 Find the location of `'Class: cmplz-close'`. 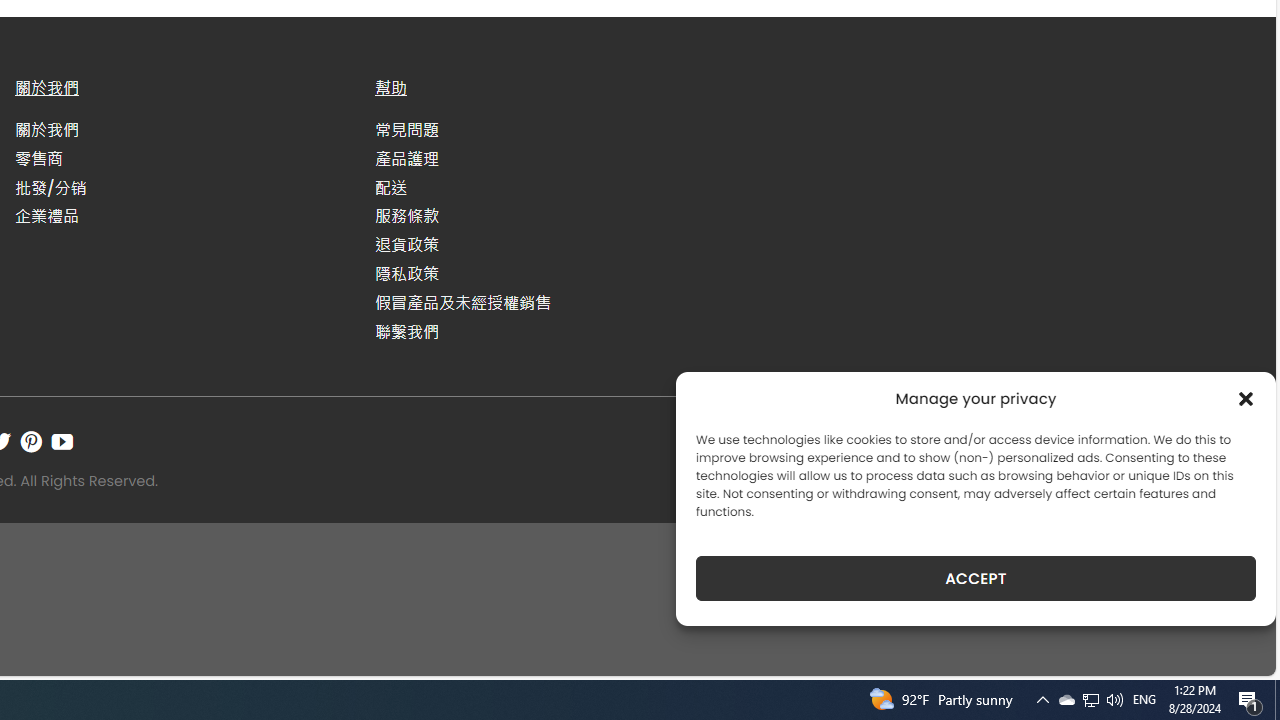

'Class: cmplz-close' is located at coordinates (1245, 398).